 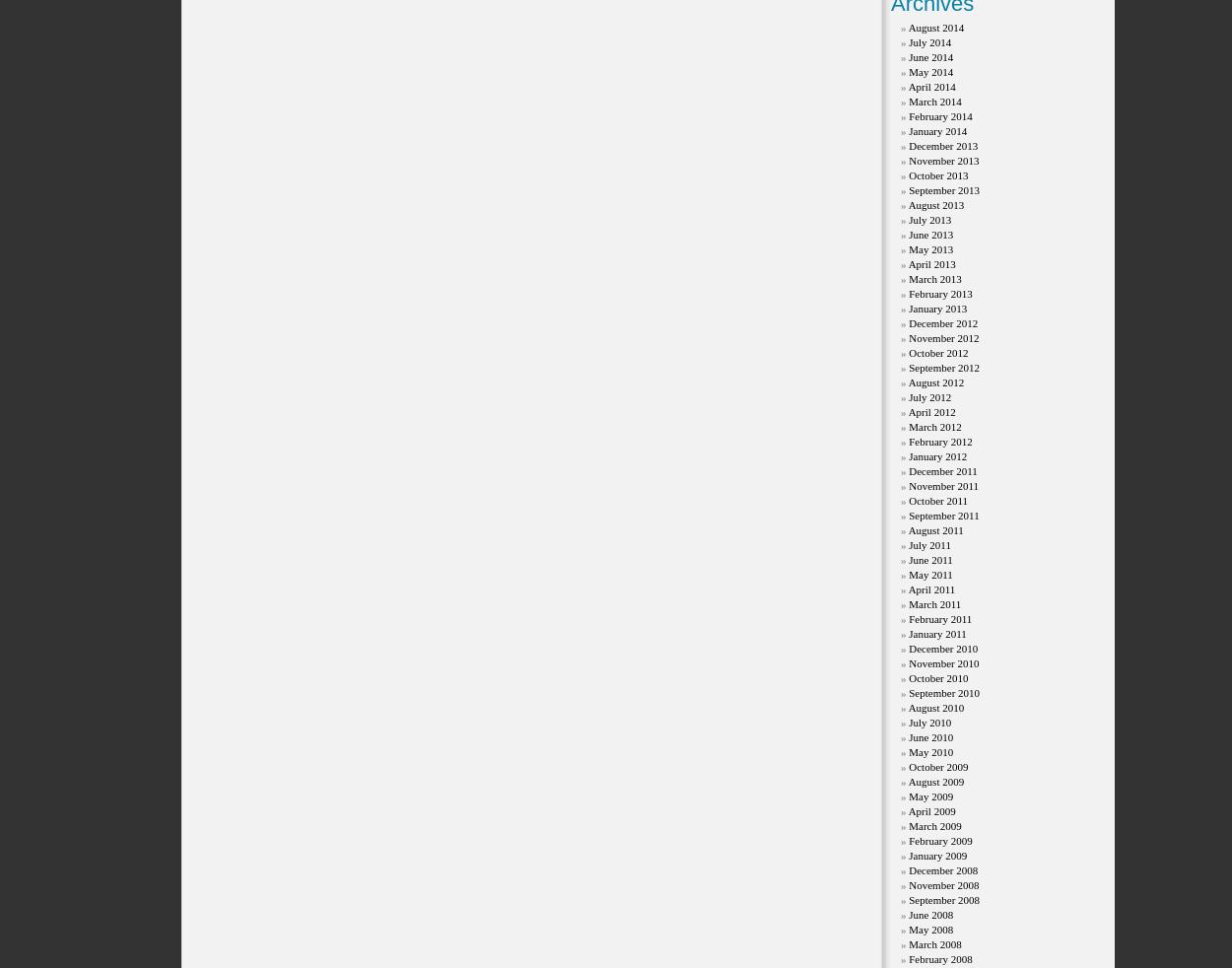 What do you see at coordinates (942, 484) in the screenshot?
I see `'November 2011'` at bounding box center [942, 484].